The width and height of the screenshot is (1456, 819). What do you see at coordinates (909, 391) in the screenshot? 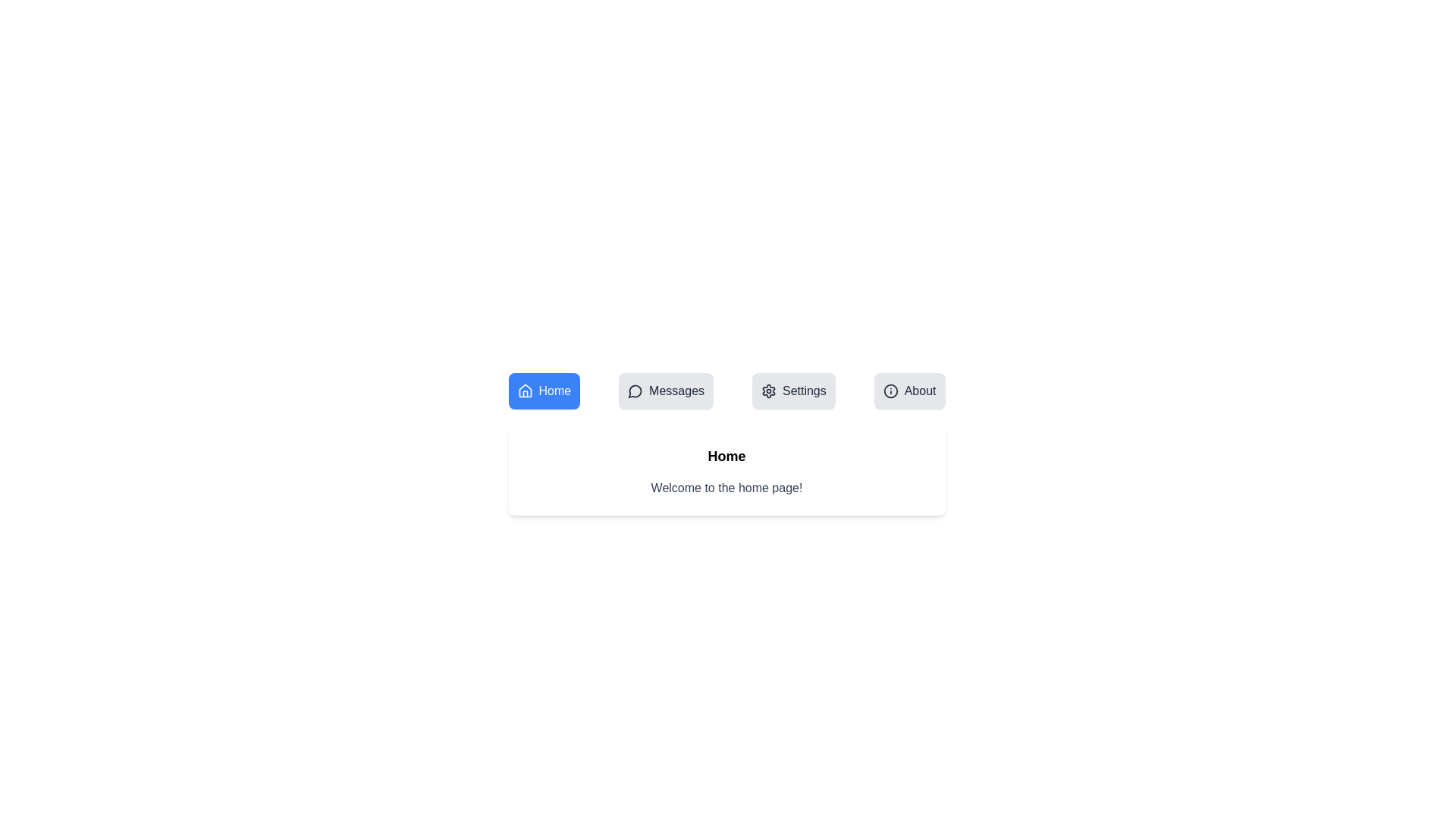
I see `the About tab` at bounding box center [909, 391].